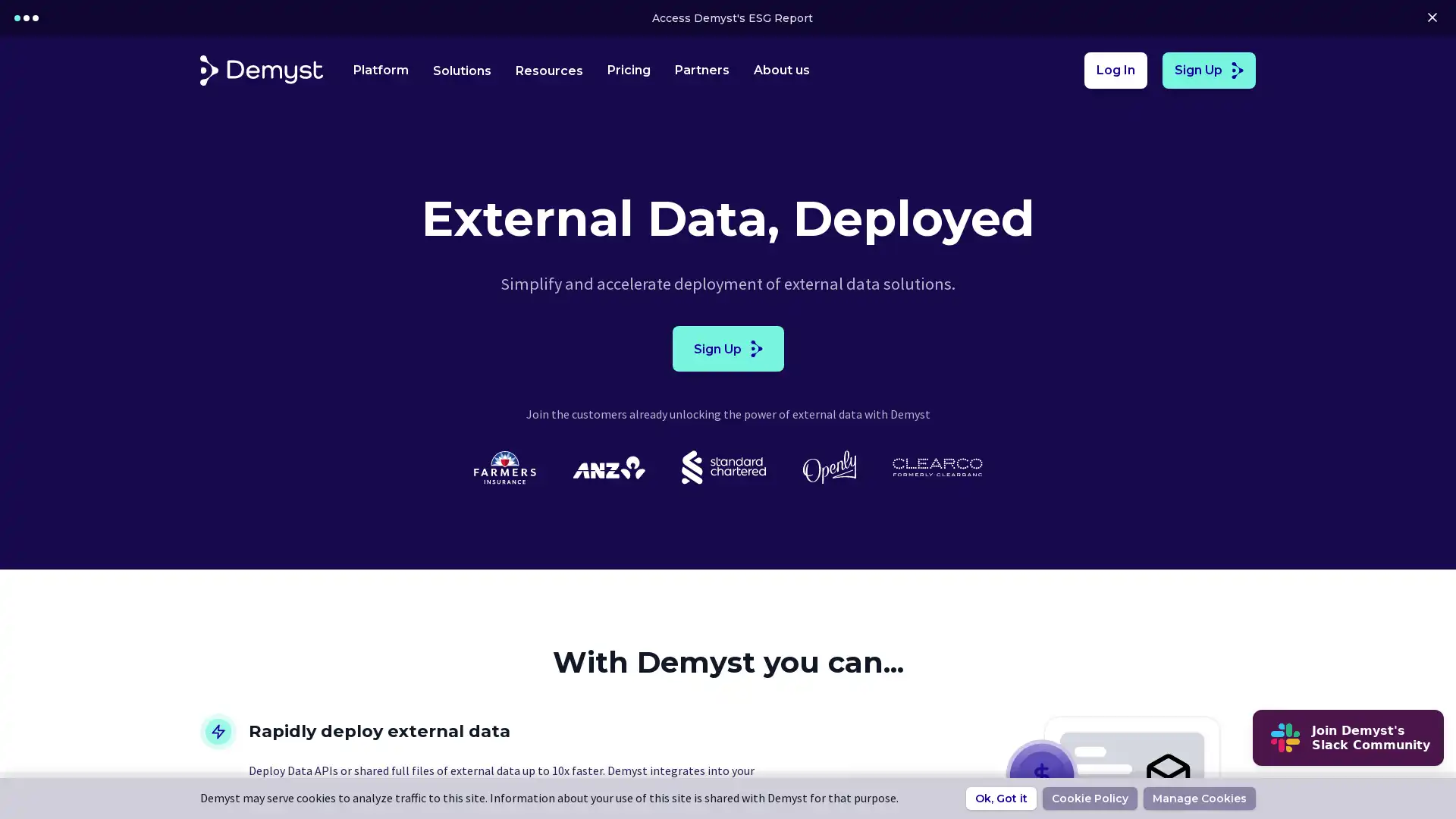 The height and width of the screenshot is (819, 1456). I want to click on Solutions, so click(461, 70).